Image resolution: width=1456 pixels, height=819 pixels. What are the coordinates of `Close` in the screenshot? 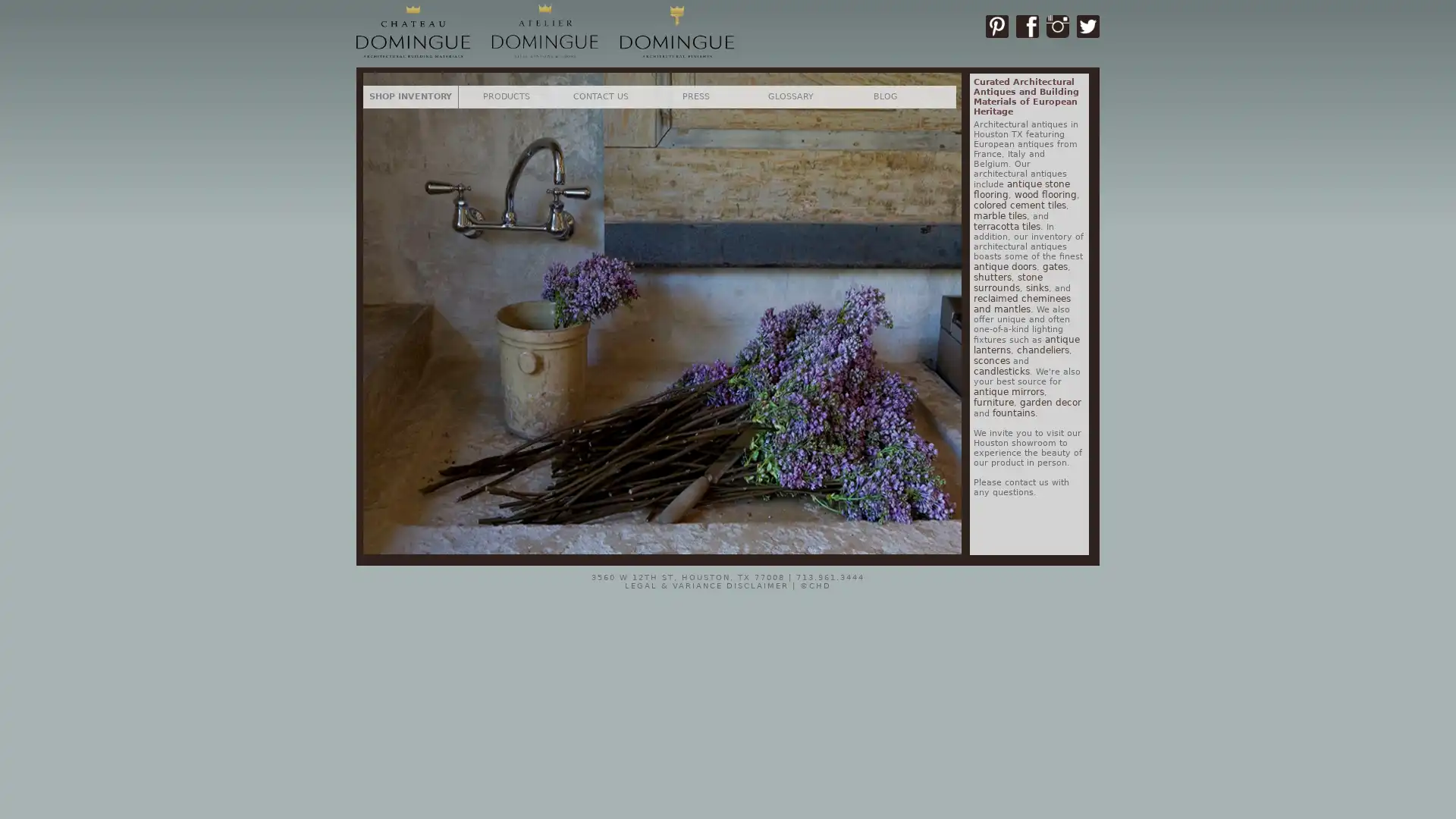 It's located at (906, 299).